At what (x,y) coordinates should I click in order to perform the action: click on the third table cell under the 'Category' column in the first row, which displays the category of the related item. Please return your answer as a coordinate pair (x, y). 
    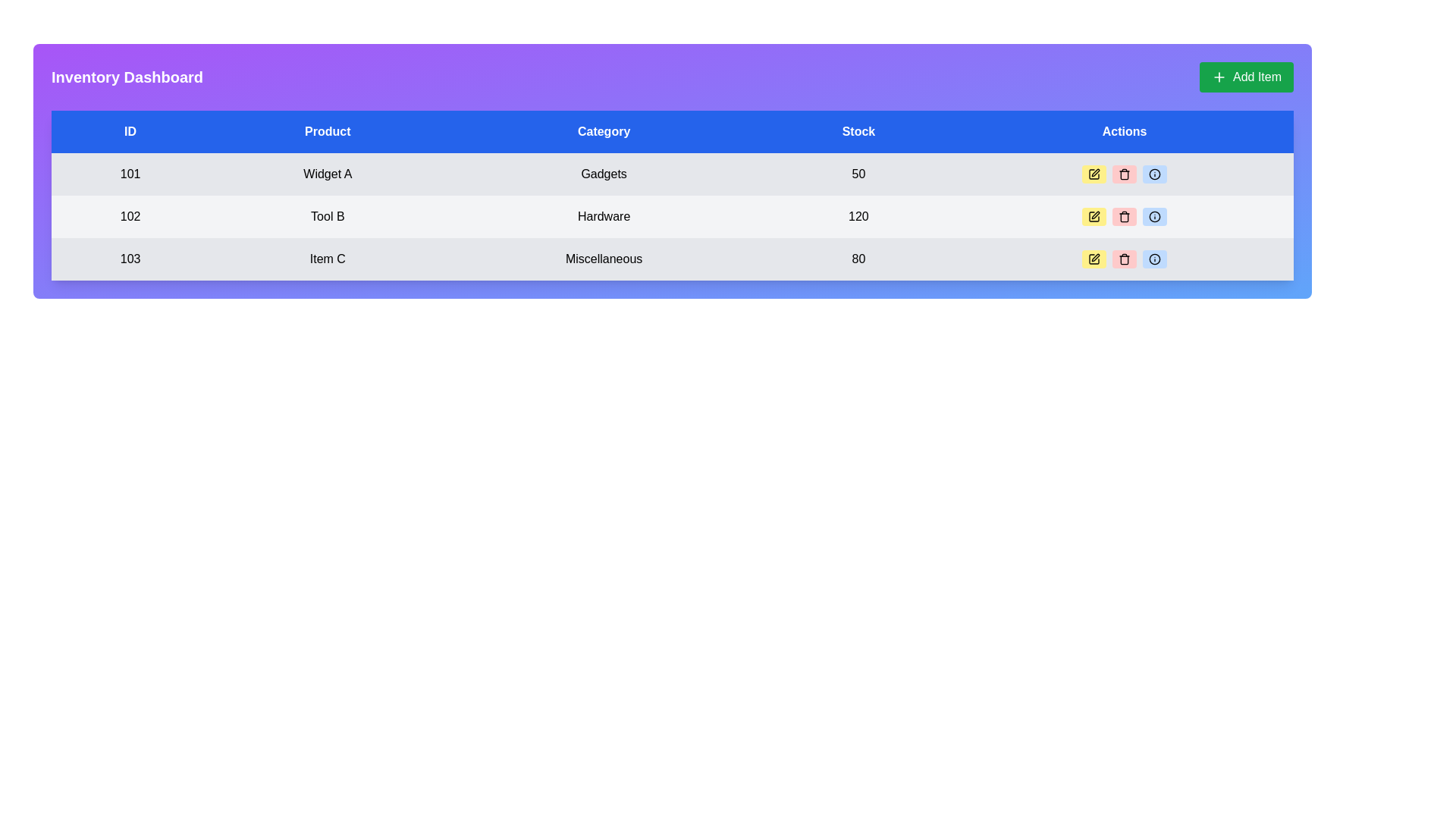
    Looking at the image, I should click on (603, 174).